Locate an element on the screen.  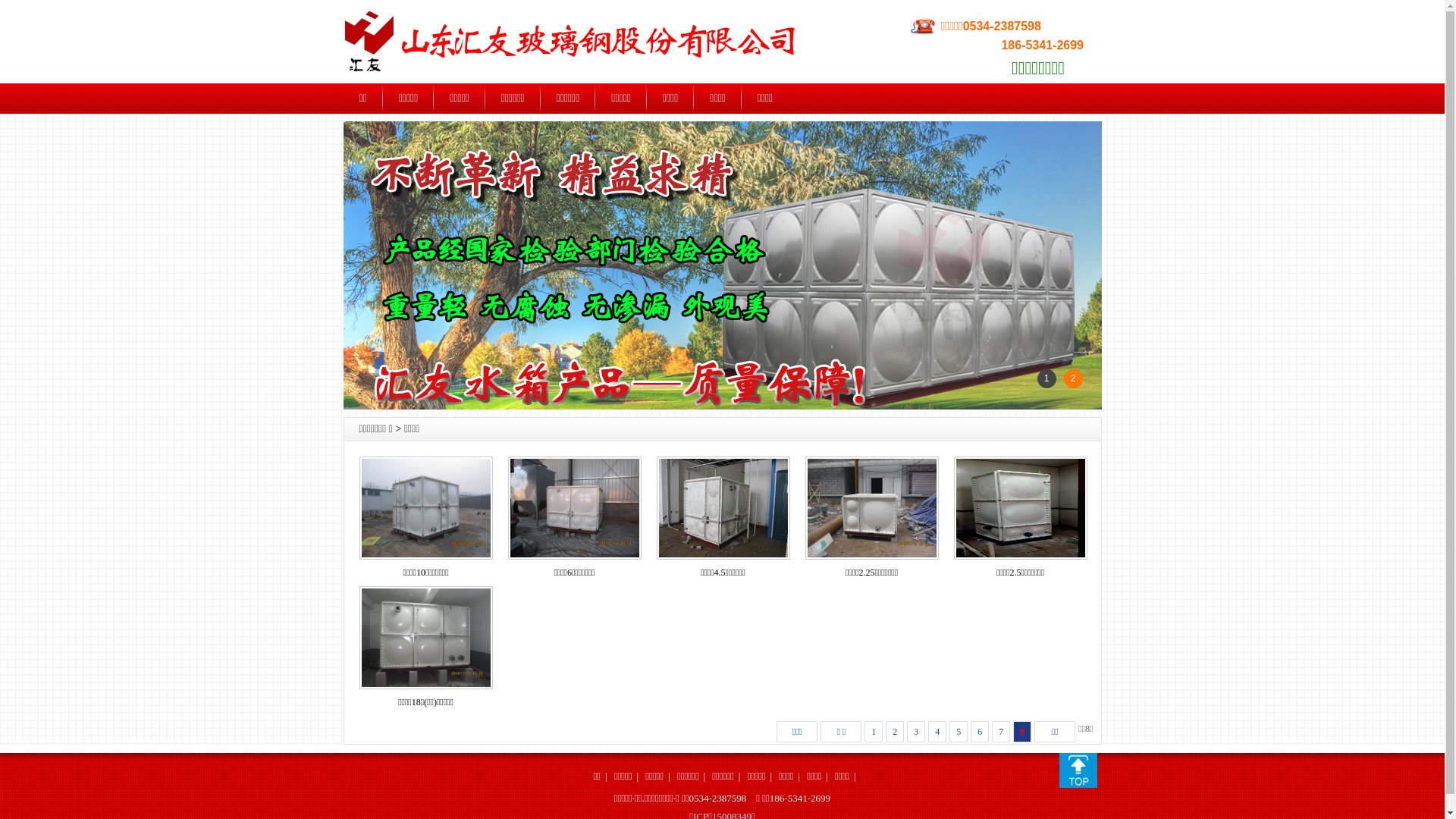
'7' is located at coordinates (1001, 730).